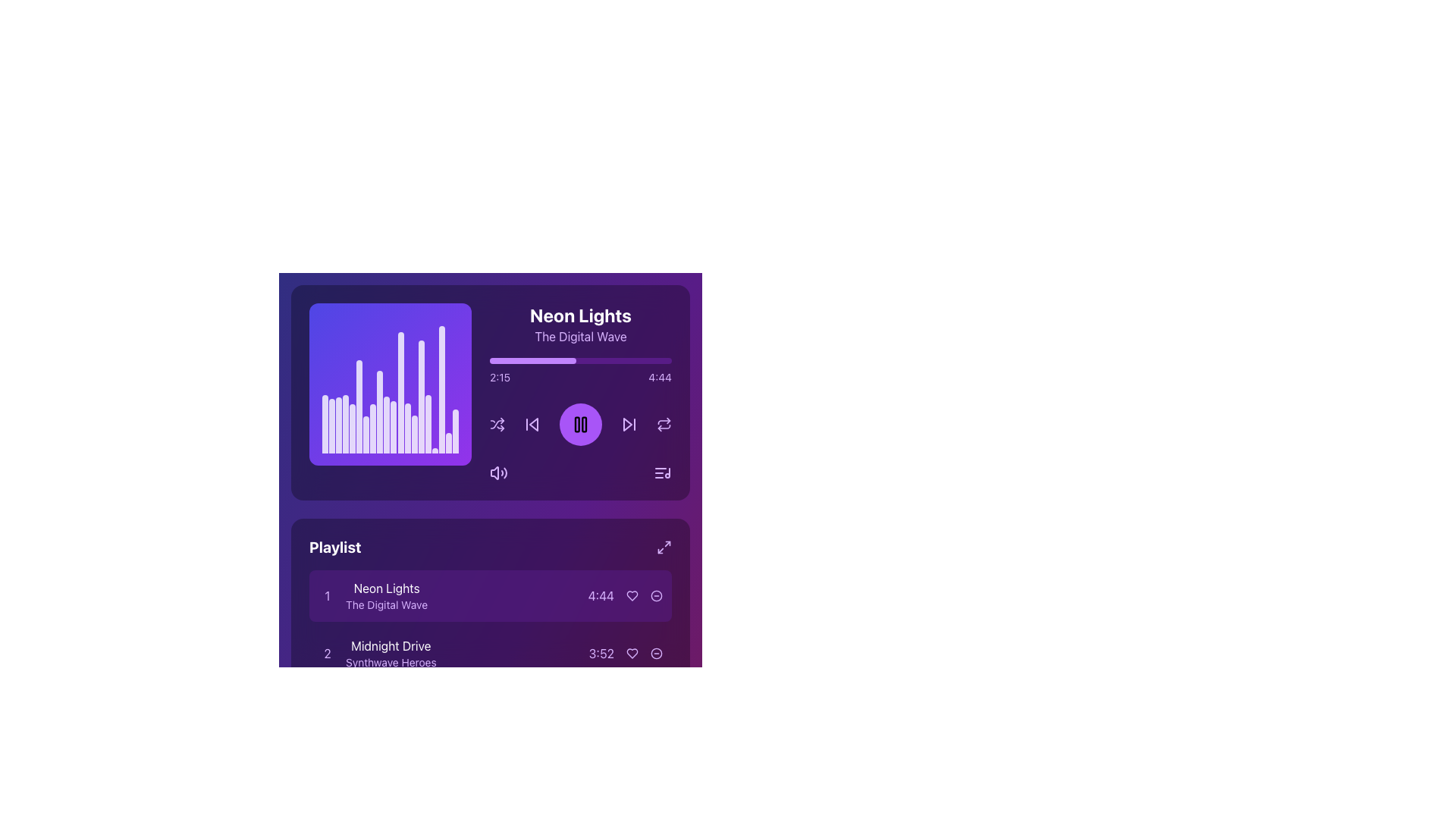 This screenshot has width=1456, height=819. What do you see at coordinates (580, 424) in the screenshot?
I see `the circular purple pause button located in the playback controls` at bounding box center [580, 424].